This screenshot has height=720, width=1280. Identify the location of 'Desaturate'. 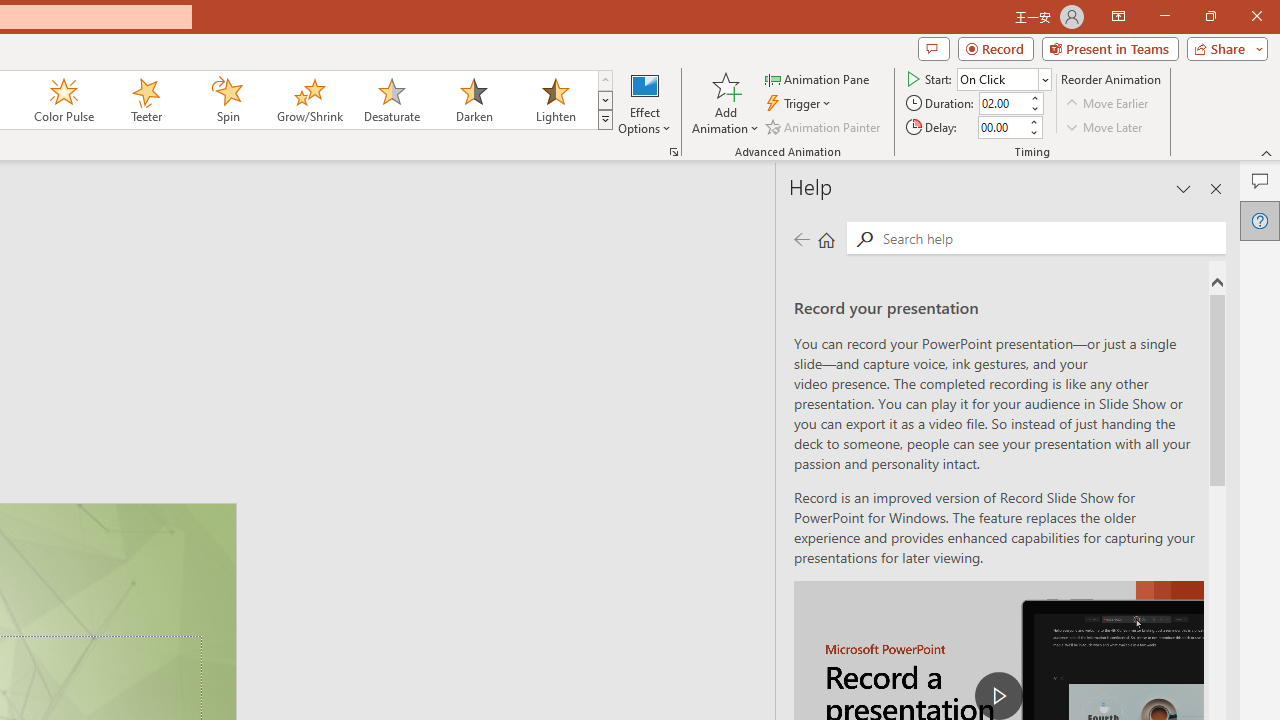
(391, 100).